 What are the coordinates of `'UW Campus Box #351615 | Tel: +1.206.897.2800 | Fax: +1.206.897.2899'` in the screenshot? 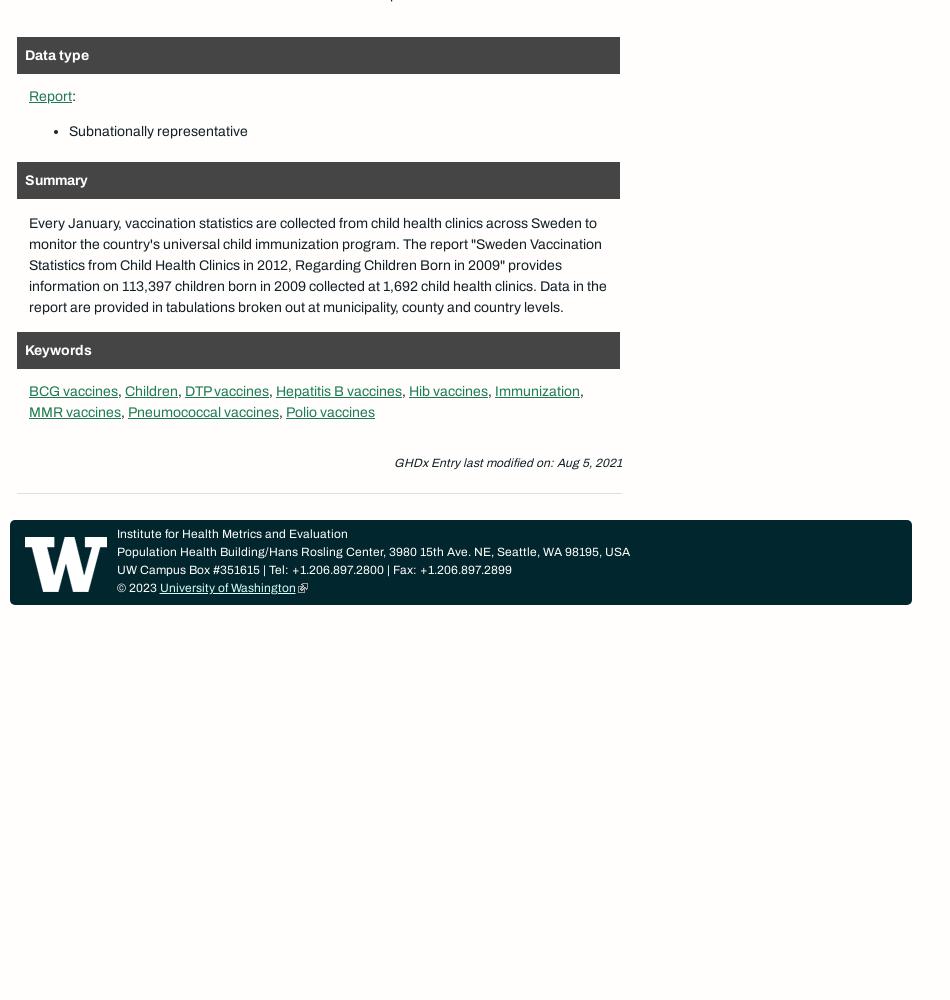 It's located at (312, 569).